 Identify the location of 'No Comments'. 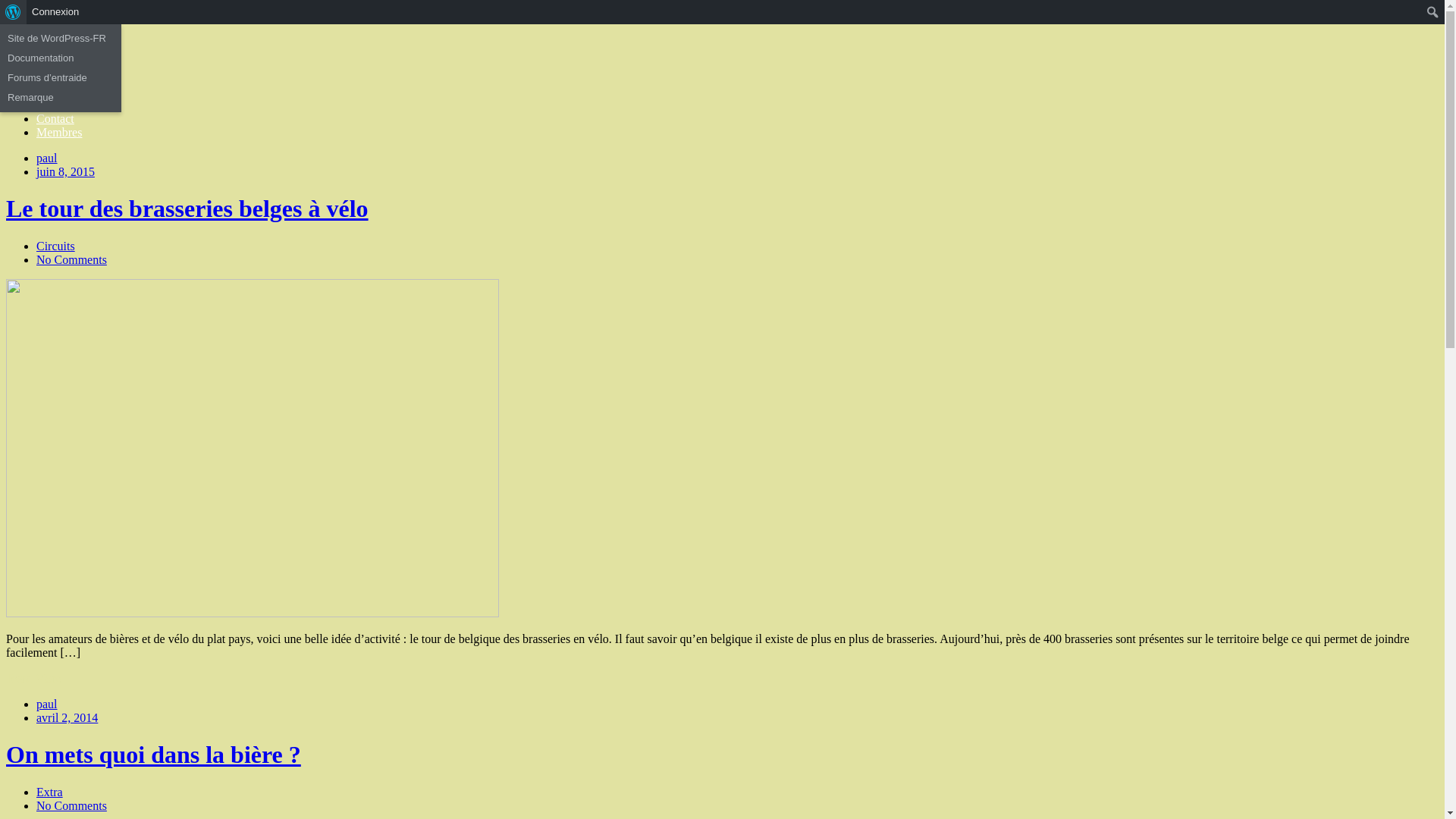
(71, 805).